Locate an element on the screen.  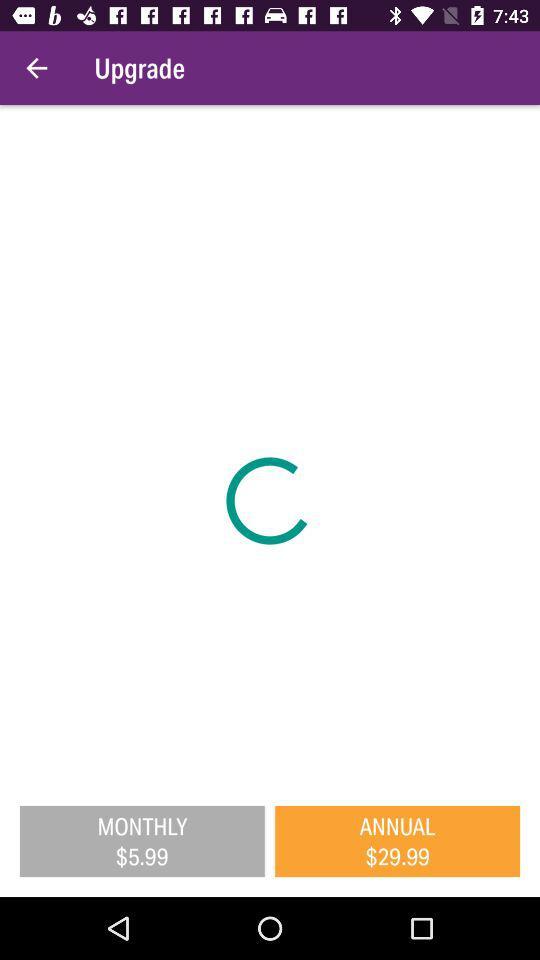
the item next to the monthly is located at coordinates (397, 840).